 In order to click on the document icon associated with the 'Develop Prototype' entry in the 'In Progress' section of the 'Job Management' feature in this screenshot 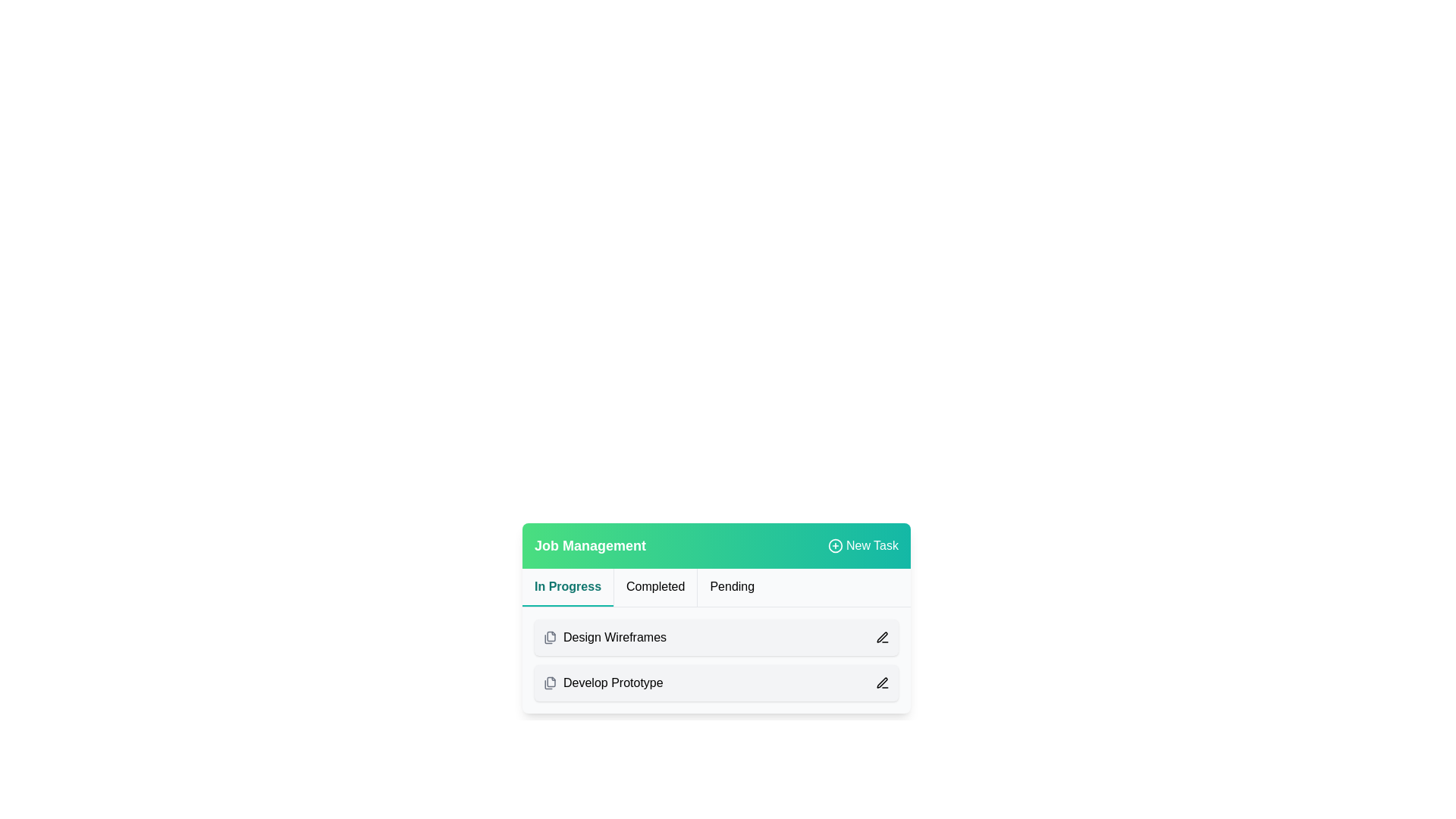, I will do `click(551, 681)`.